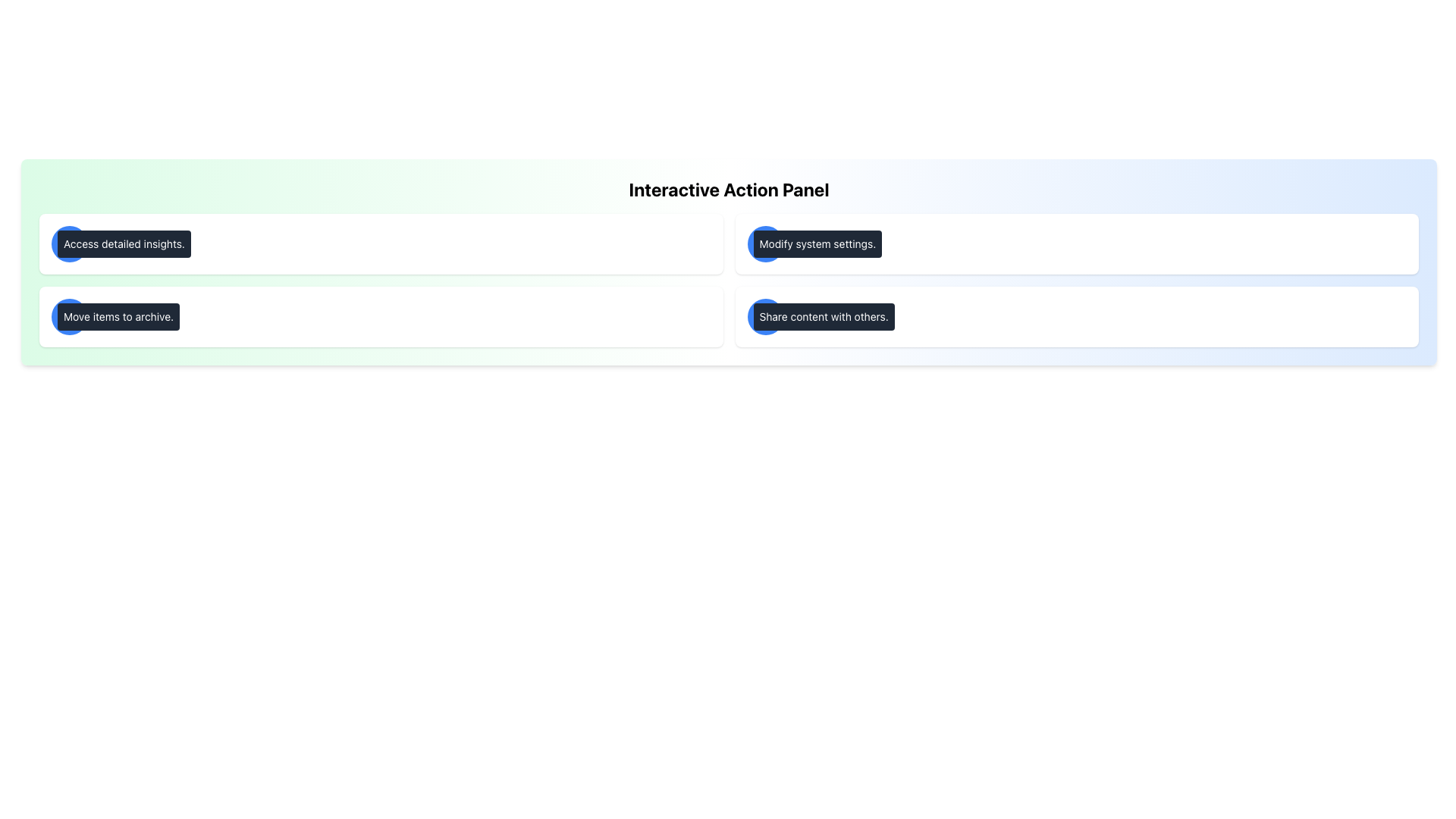  What do you see at coordinates (814, 315) in the screenshot?
I see `the 'Share' text label that is bold and larger, located in the bottom-right section of a grid layout, part of an interactive card with additional text and an icon to the left` at bounding box center [814, 315].